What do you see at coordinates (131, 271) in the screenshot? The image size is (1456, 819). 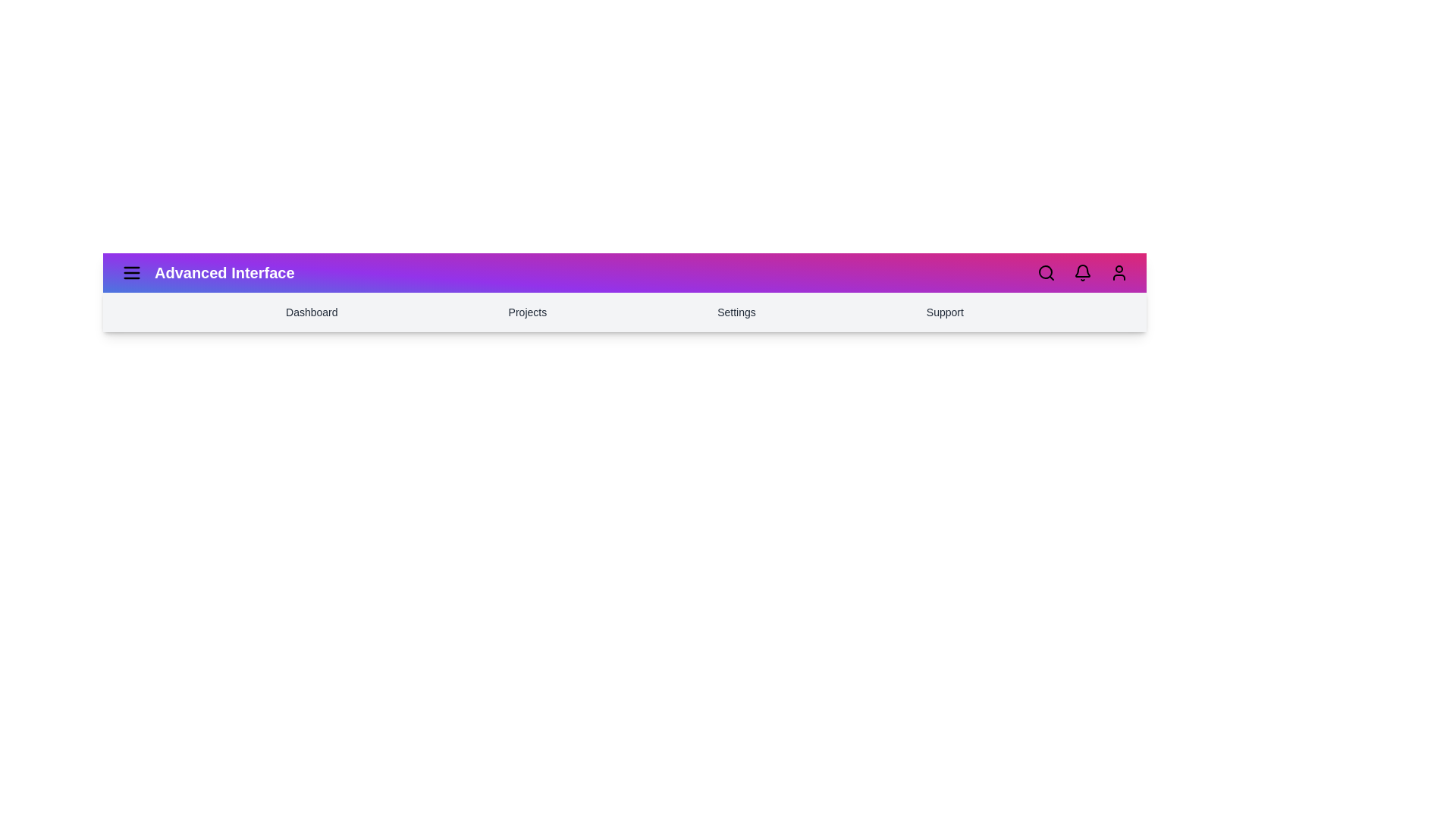 I see `the menu icon to toggle the menu visibility` at bounding box center [131, 271].